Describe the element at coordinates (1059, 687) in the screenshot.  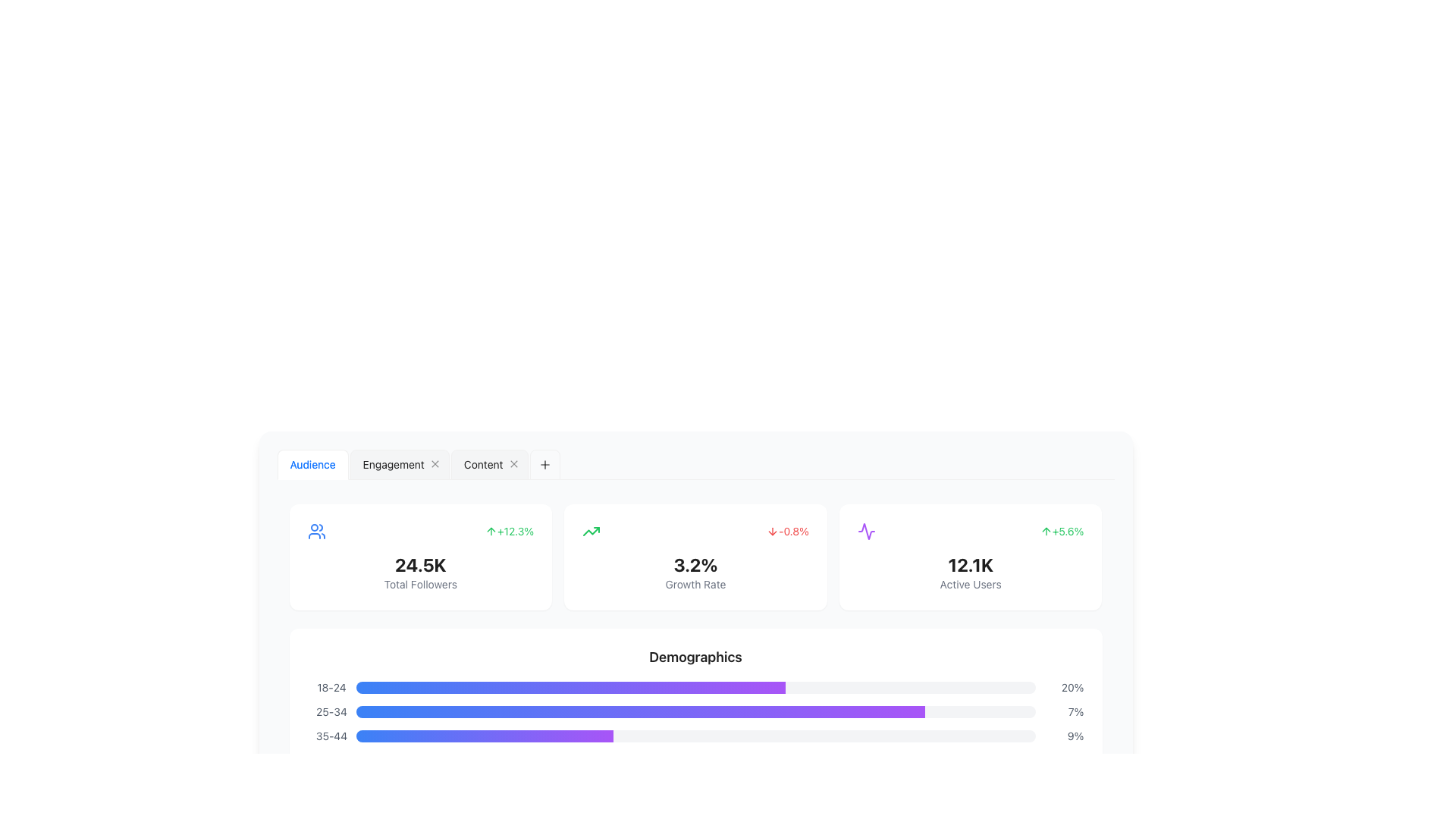
I see `the static text displaying '20%' which is aligned to the right within the 'Demographics' section, next to the '18-24' label` at that location.